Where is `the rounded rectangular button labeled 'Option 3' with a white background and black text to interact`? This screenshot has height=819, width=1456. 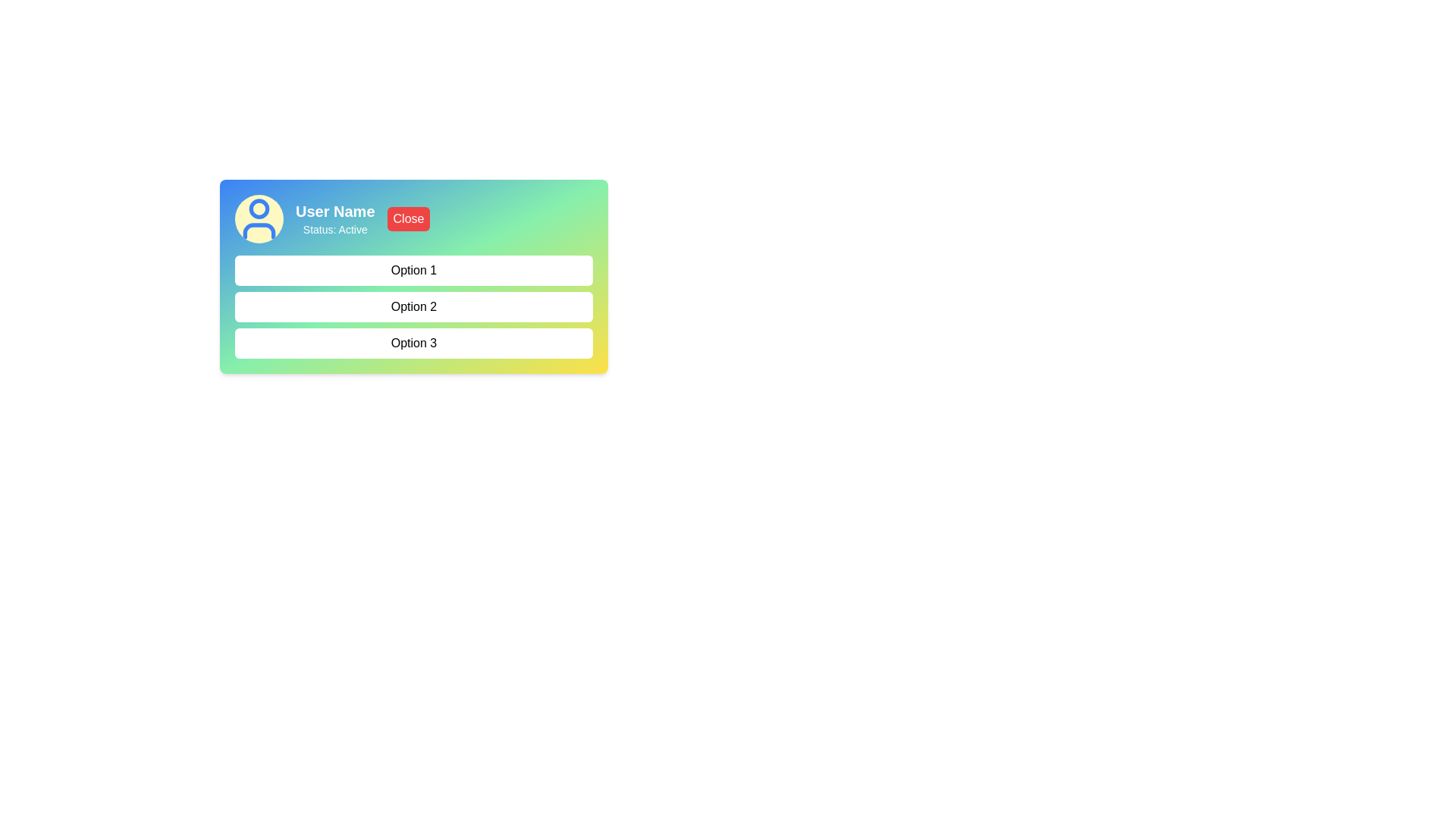
the rounded rectangular button labeled 'Option 3' with a white background and black text to interact is located at coordinates (414, 343).